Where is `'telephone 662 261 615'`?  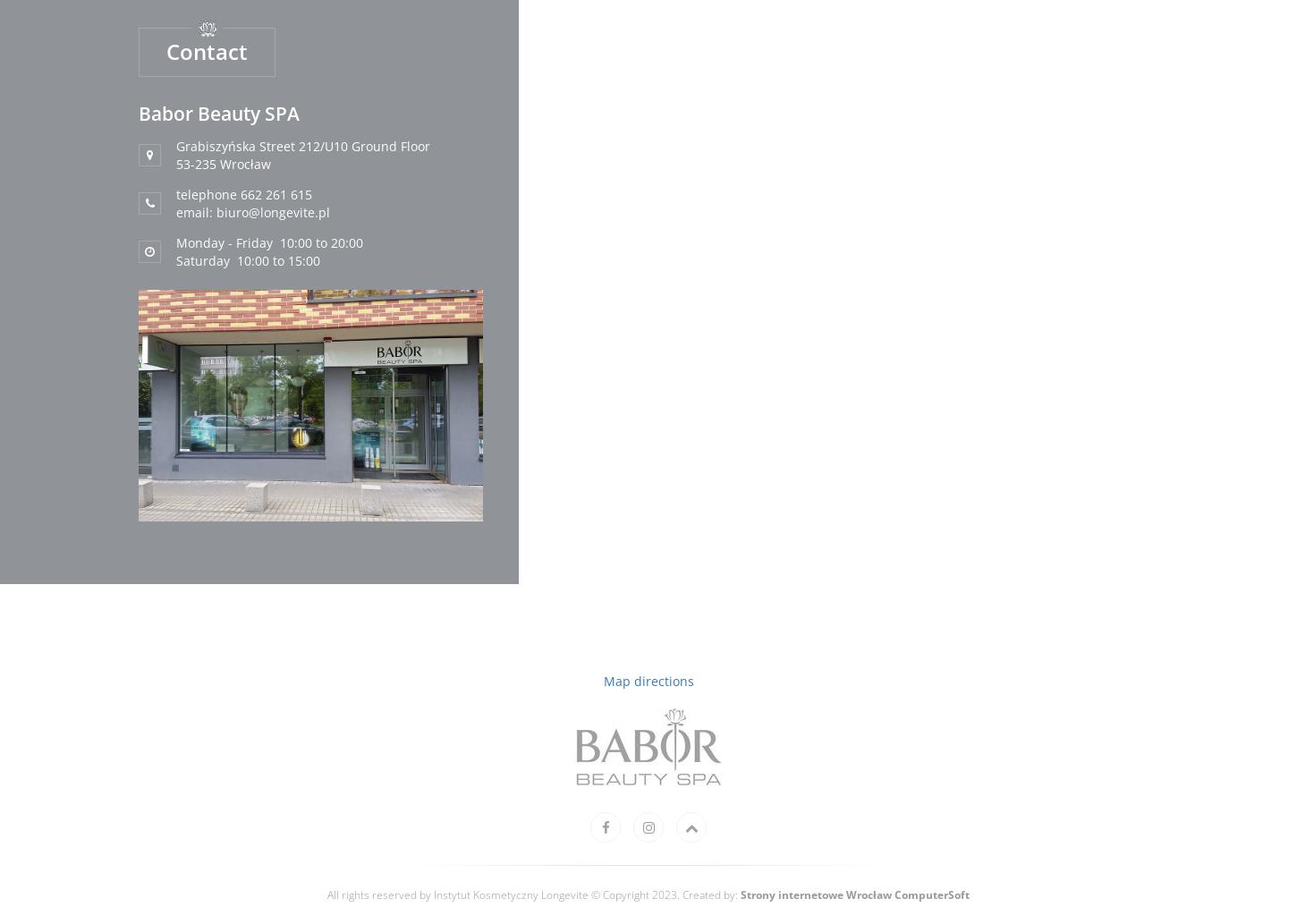 'telephone 662 261 615' is located at coordinates (244, 192).